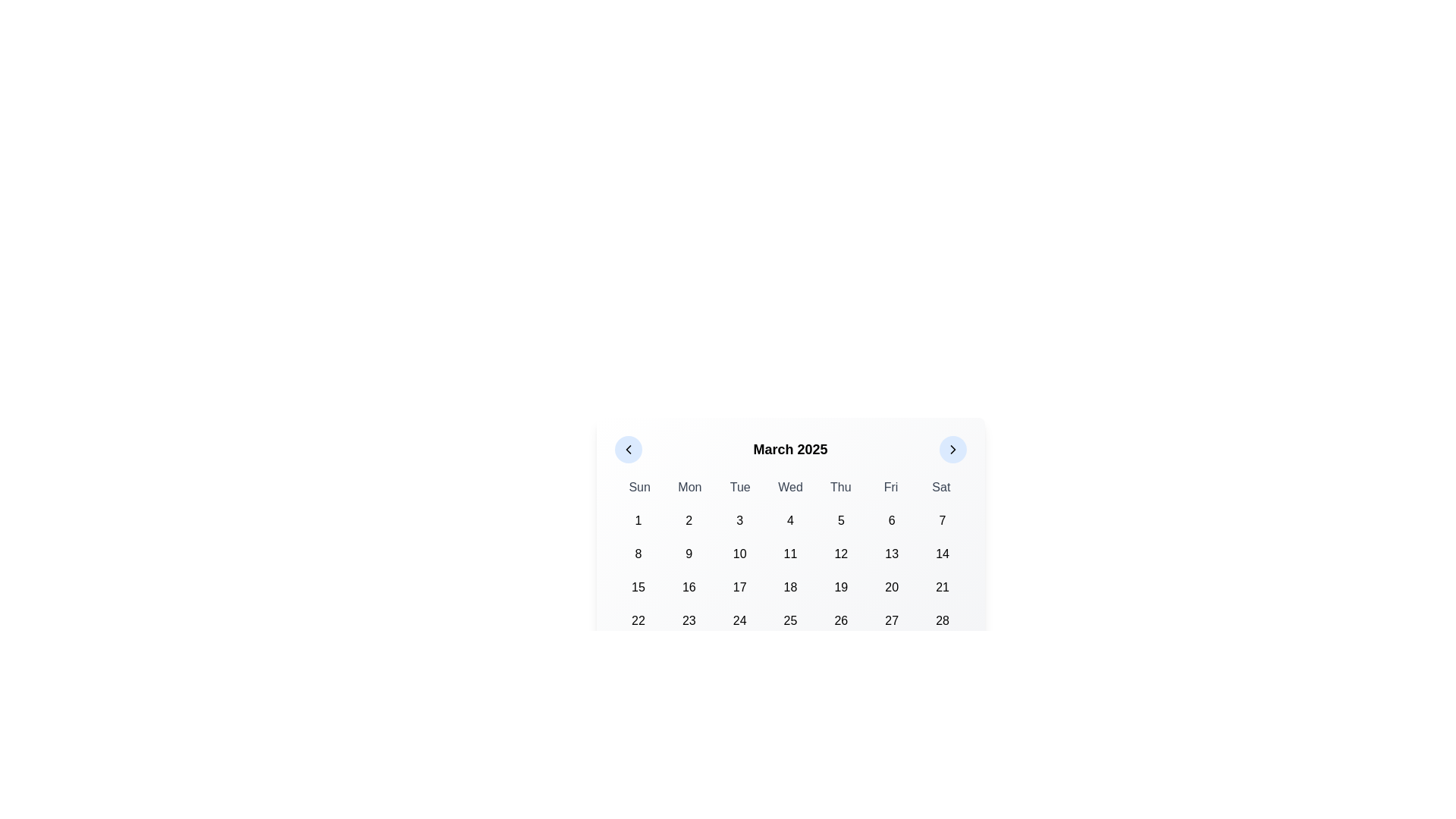  What do you see at coordinates (789, 554) in the screenshot?
I see `the eleventh date button in the calendar interface under 'March 2025'` at bounding box center [789, 554].